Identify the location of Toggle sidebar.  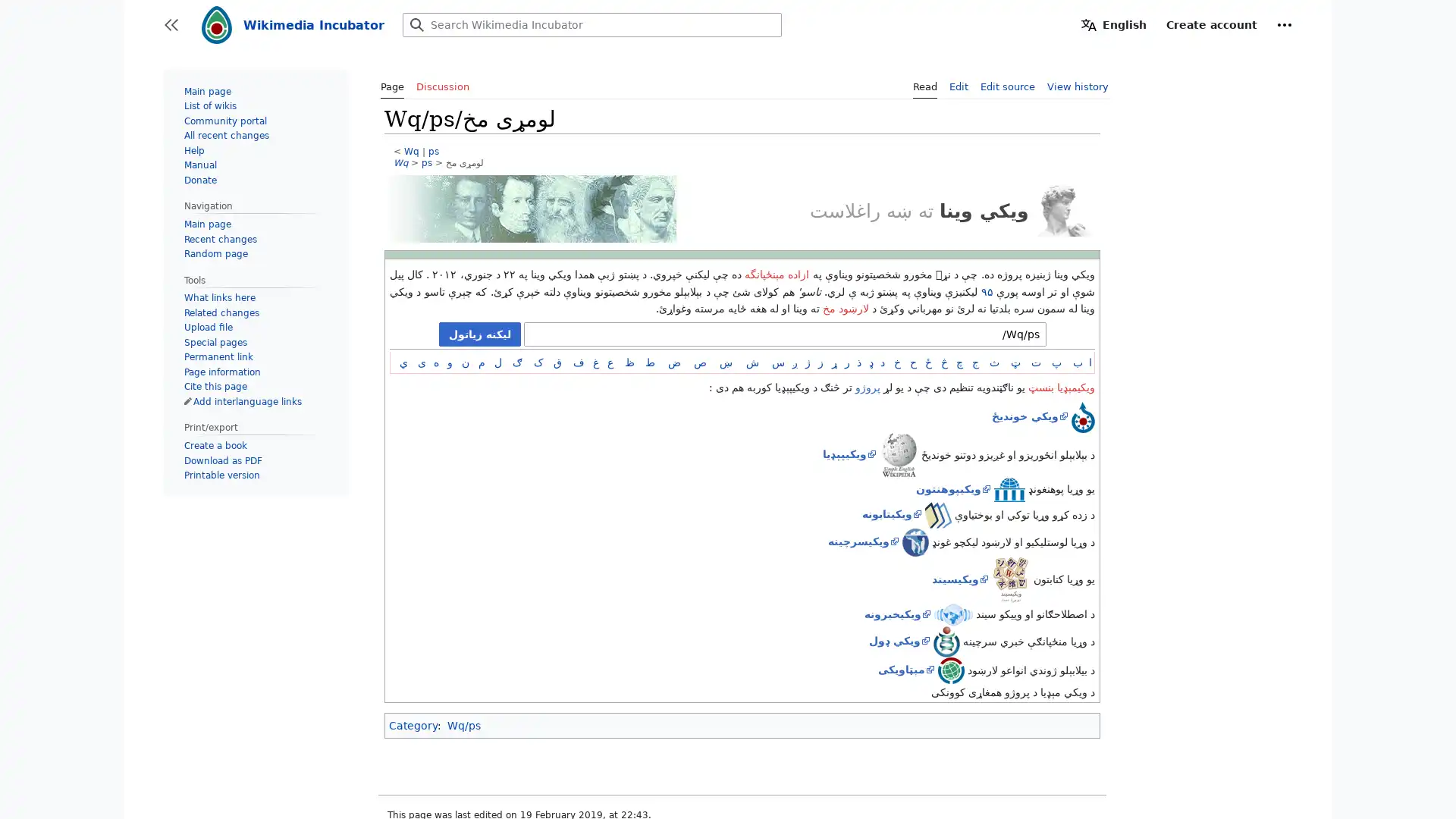
(171, 25).